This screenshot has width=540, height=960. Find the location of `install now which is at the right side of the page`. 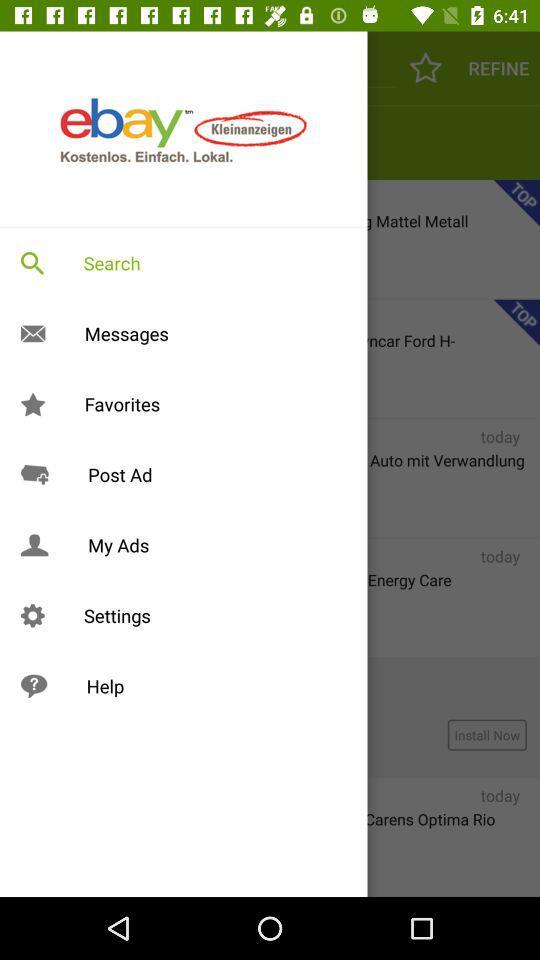

install now which is at the right side of the page is located at coordinates (486, 734).